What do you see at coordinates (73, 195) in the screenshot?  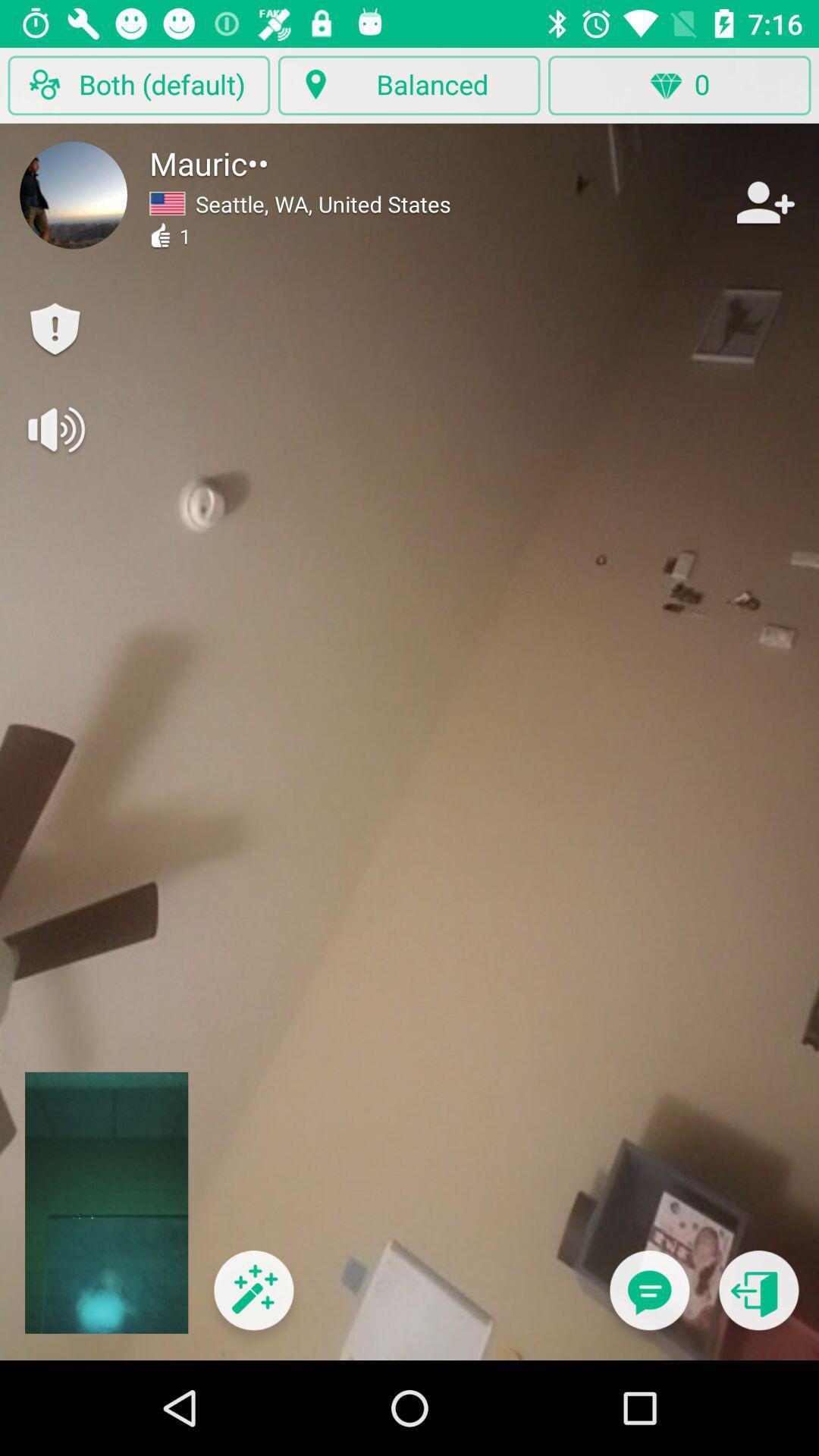 I see `move to left of mauric` at bounding box center [73, 195].